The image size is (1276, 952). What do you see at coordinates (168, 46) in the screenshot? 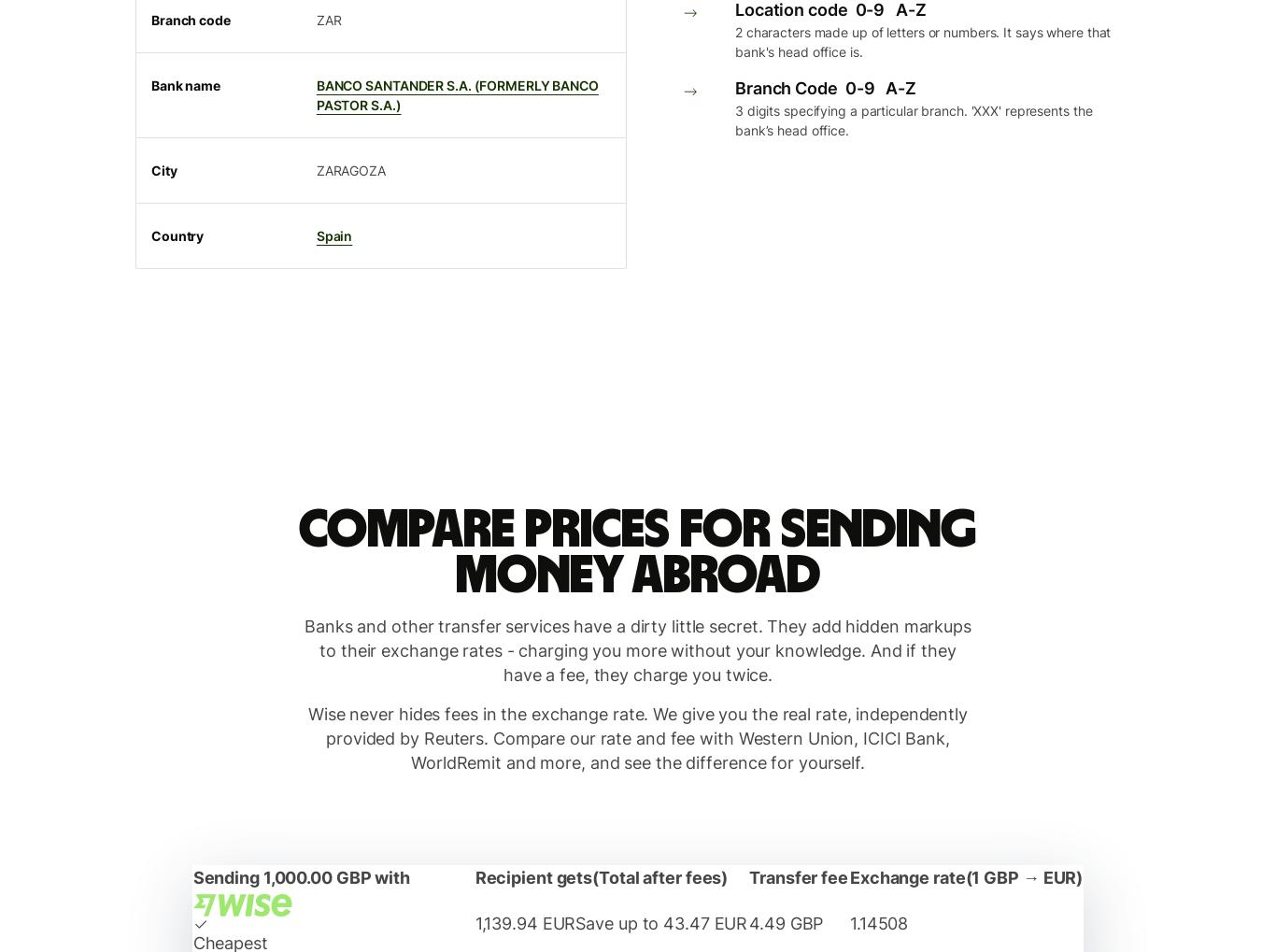
I see `'News and blog'` at bounding box center [168, 46].